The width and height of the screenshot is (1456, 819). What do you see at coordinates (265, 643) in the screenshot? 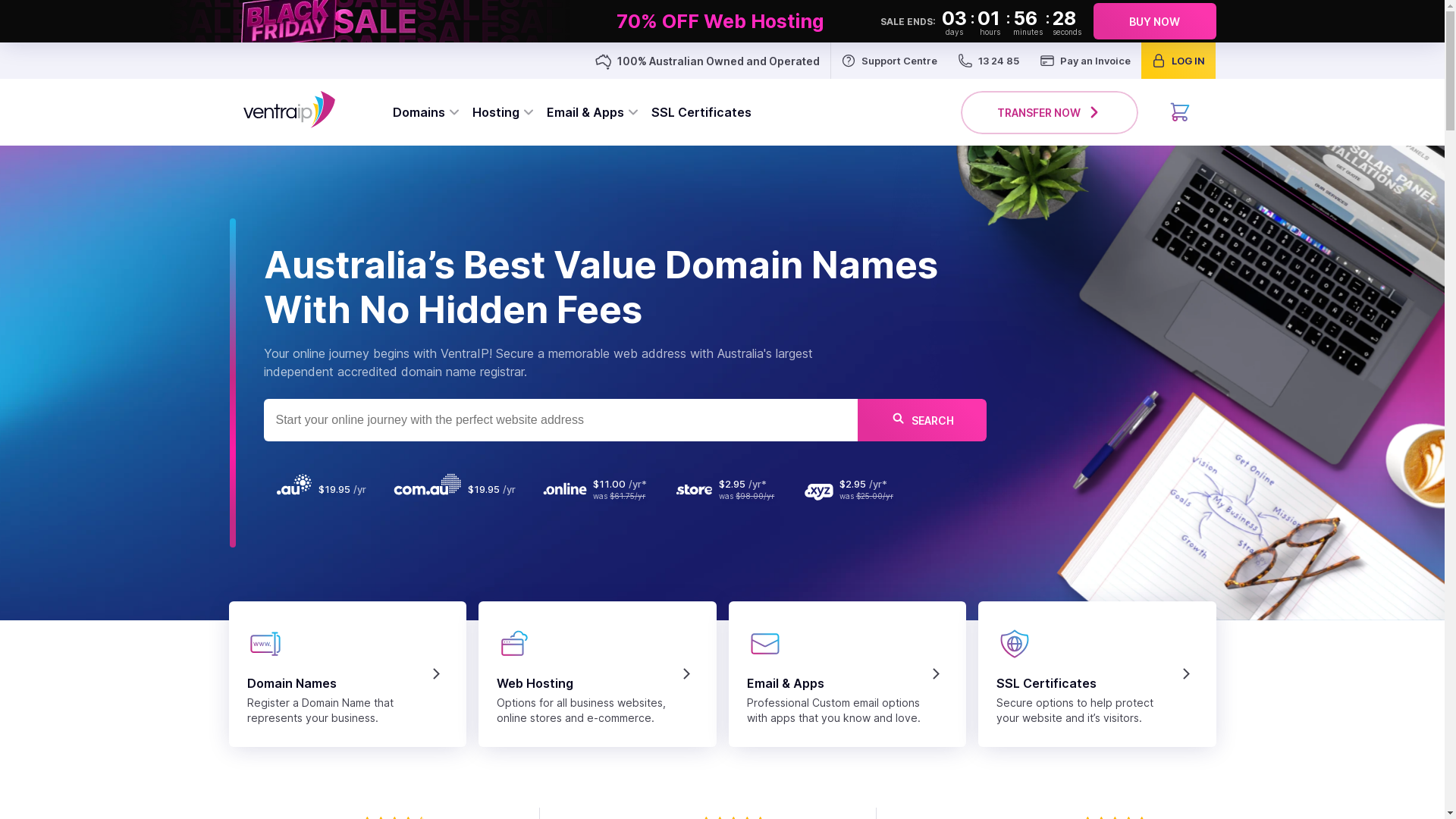
I see `'domains'` at bounding box center [265, 643].